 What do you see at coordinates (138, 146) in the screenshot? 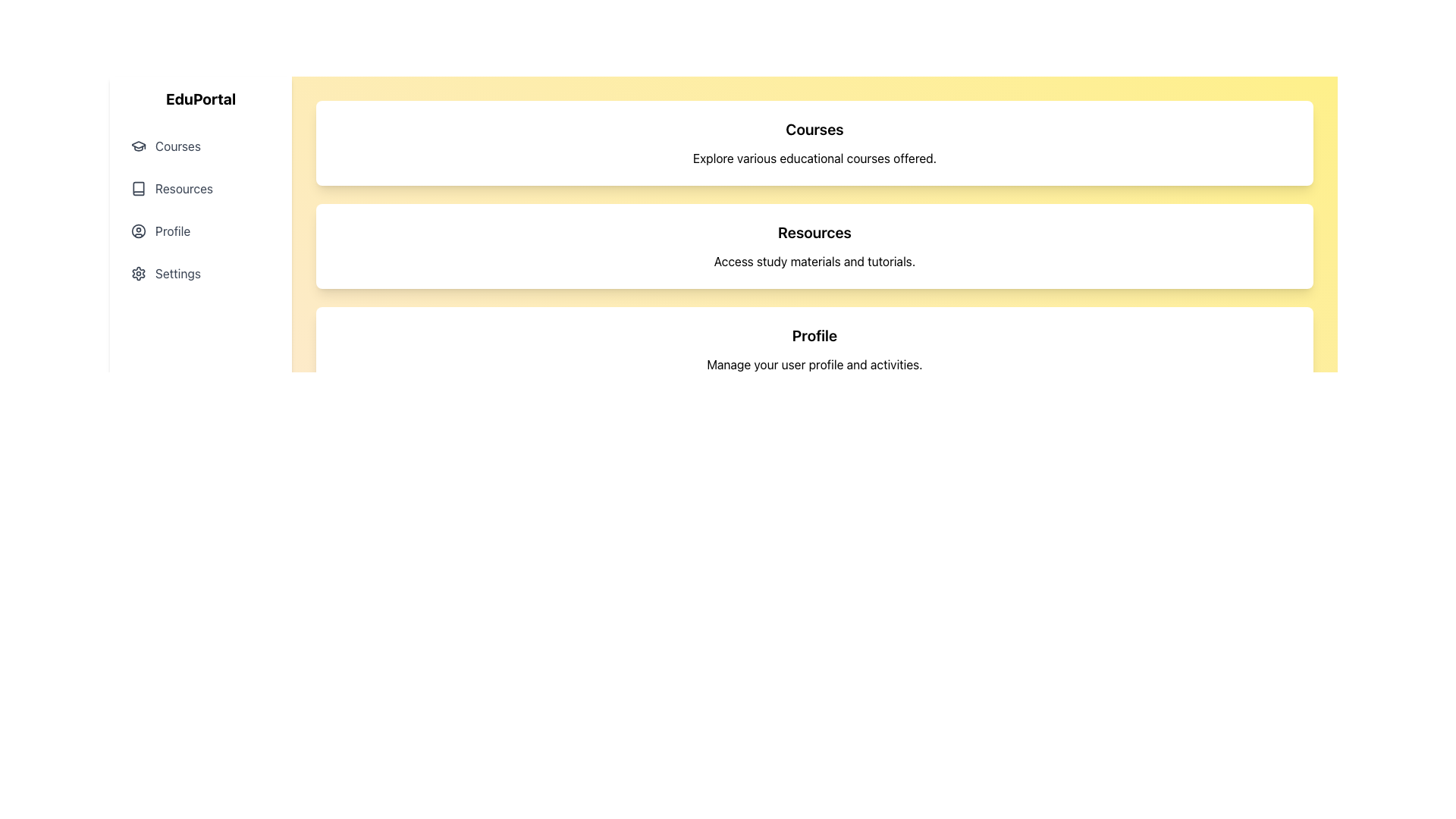
I see `the graduation cap icon located on the left sidebar of the application interface` at bounding box center [138, 146].